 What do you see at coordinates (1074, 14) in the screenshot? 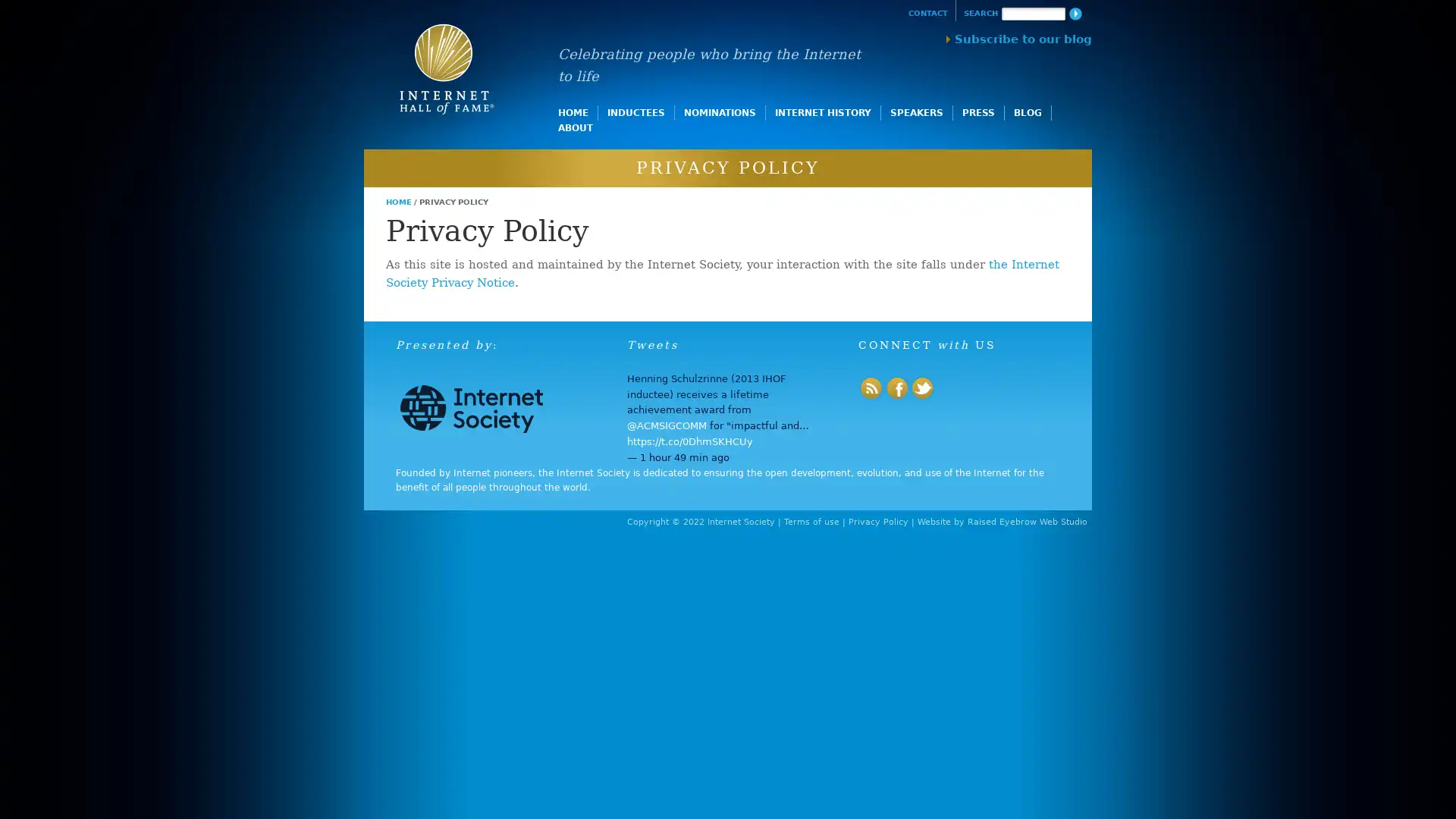
I see `Search` at bounding box center [1074, 14].